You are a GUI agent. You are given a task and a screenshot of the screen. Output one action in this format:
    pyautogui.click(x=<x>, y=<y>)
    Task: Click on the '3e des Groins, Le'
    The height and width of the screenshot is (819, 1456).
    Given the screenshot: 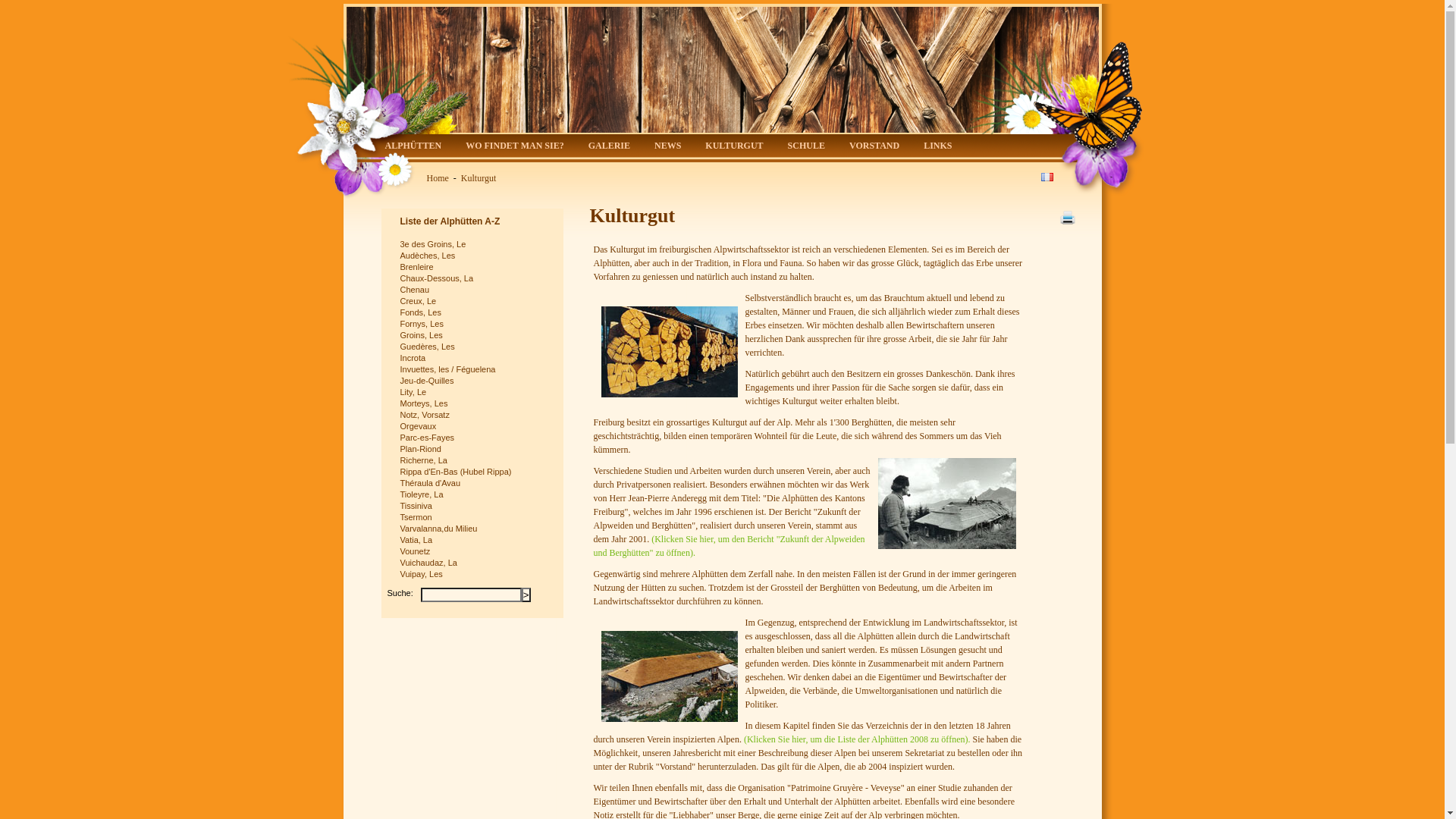 What is the action you would take?
    pyautogui.click(x=400, y=243)
    